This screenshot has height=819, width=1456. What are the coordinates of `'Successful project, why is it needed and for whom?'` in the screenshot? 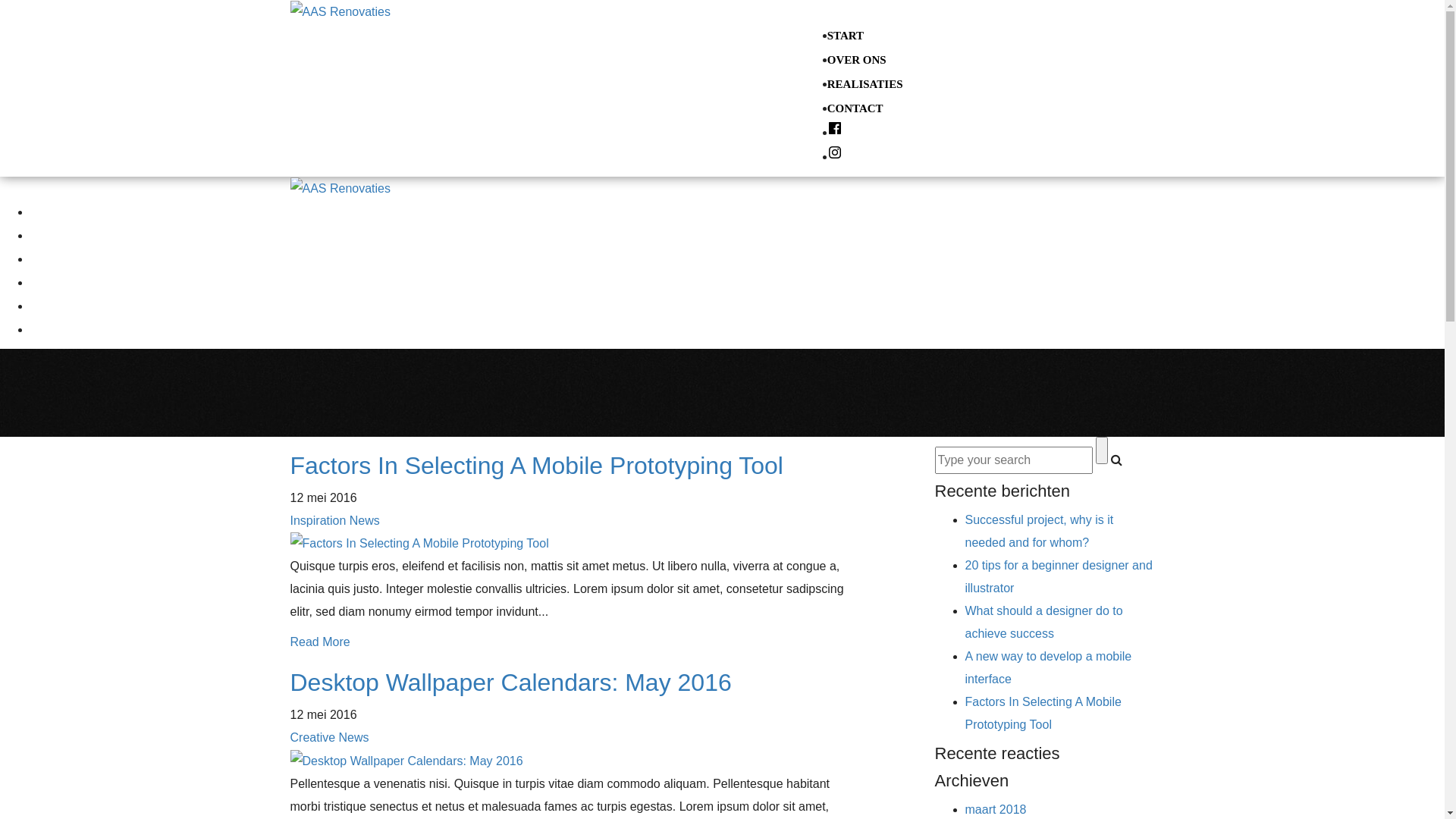 It's located at (964, 530).